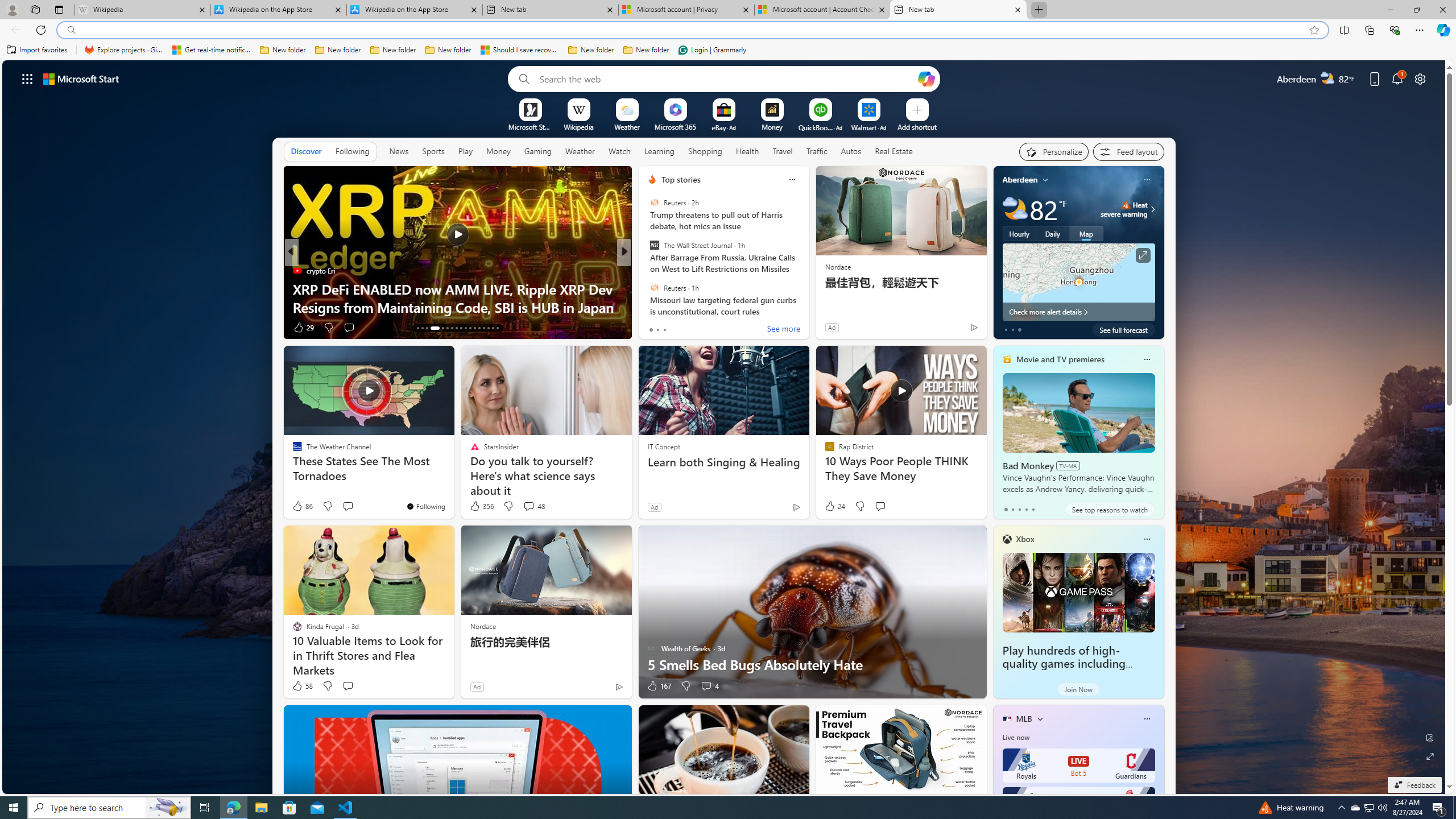 Image resolution: width=1456 pixels, height=819 pixels. What do you see at coordinates (646, 49) in the screenshot?
I see `'New folder'` at bounding box center [646, 49].